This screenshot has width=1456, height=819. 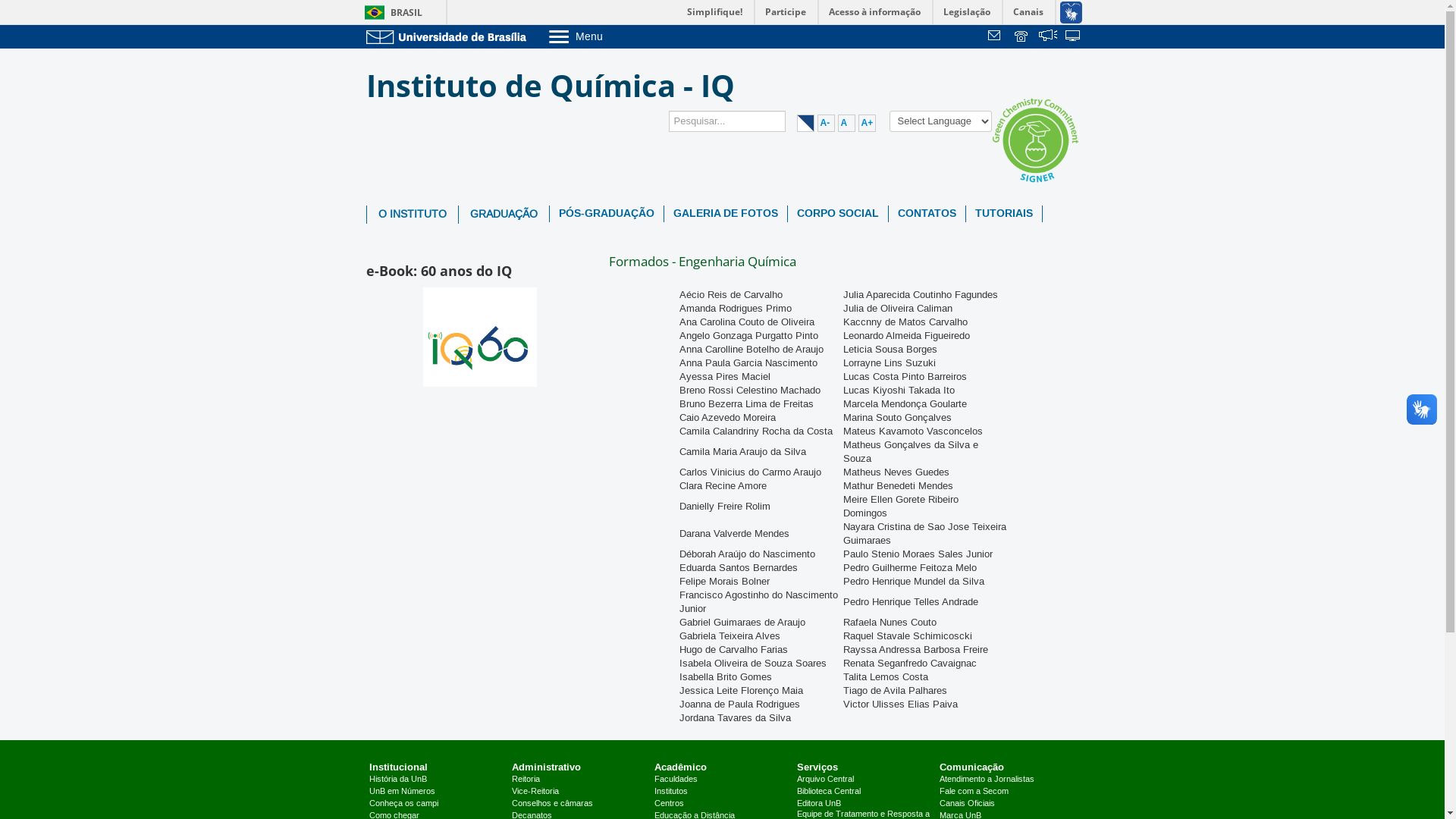 I want to click on 'Sistemas', so click(x=1073, y=36).